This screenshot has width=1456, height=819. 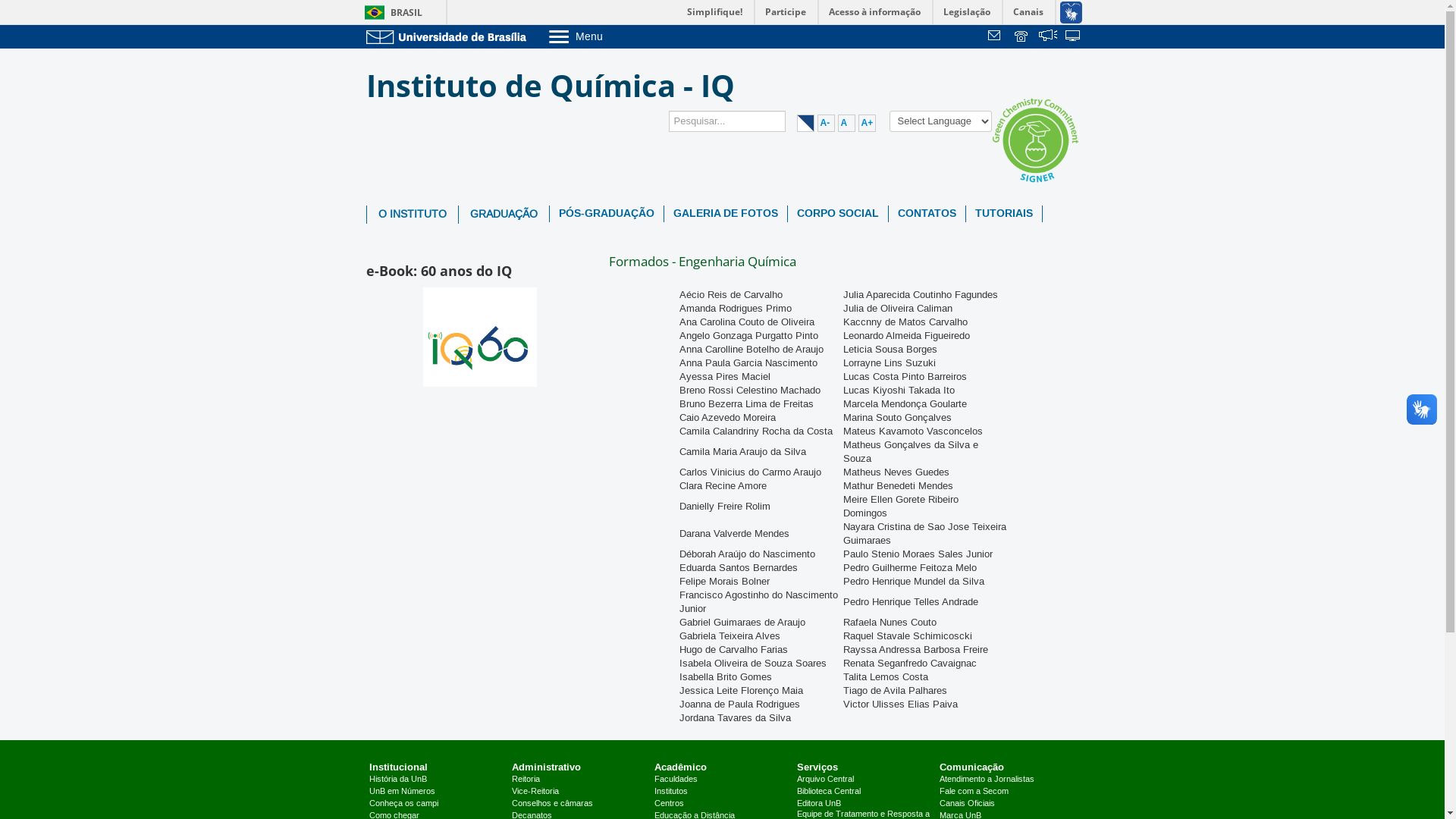 I want to click on 'Sistemas', so click(x=1073, y=36).